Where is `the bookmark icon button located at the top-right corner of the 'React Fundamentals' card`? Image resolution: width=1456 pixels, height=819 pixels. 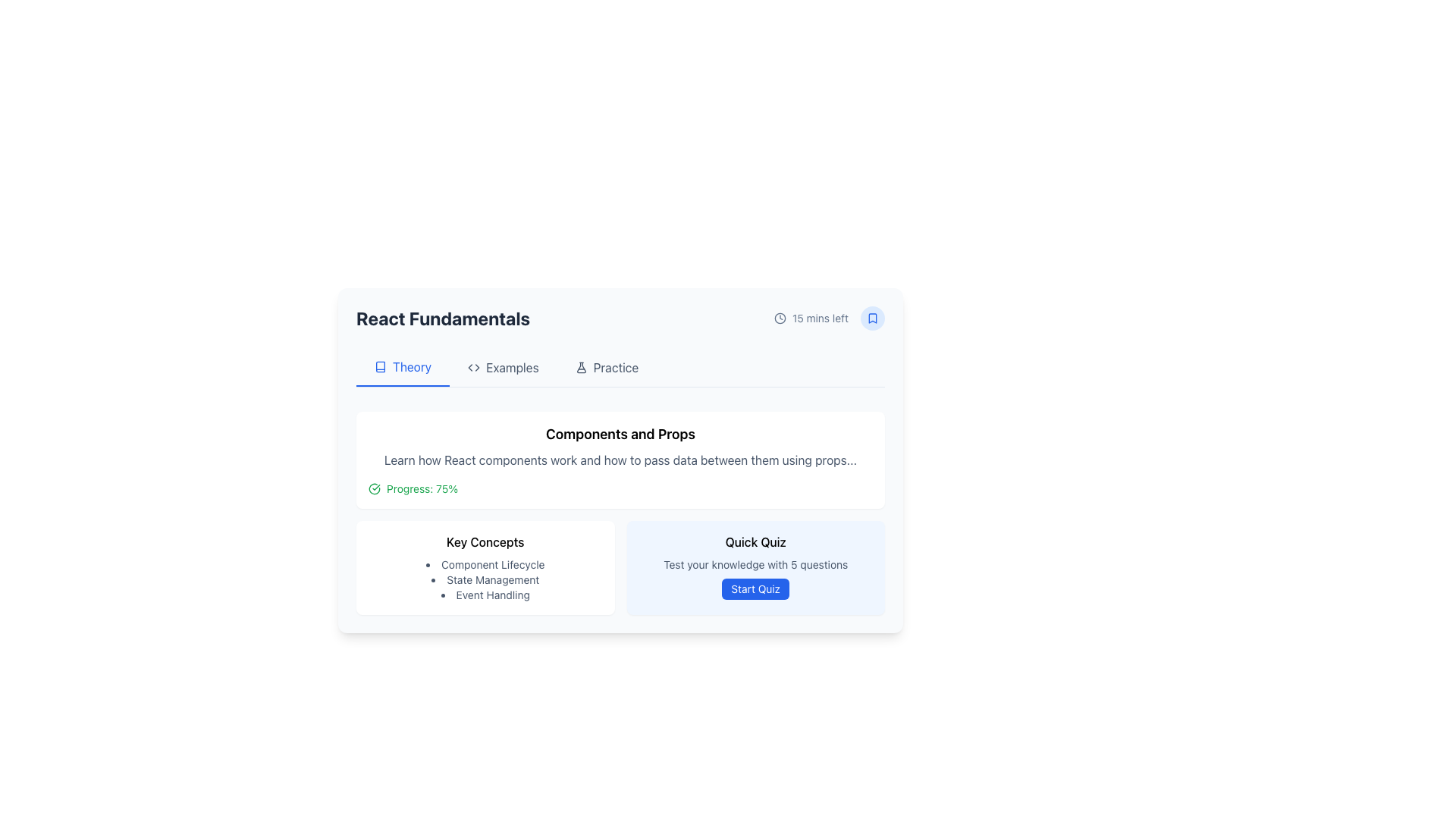
the bookmark icon button located at the top-right corner of the 'React Fundamentals' card is located at coordinates (873, 318).